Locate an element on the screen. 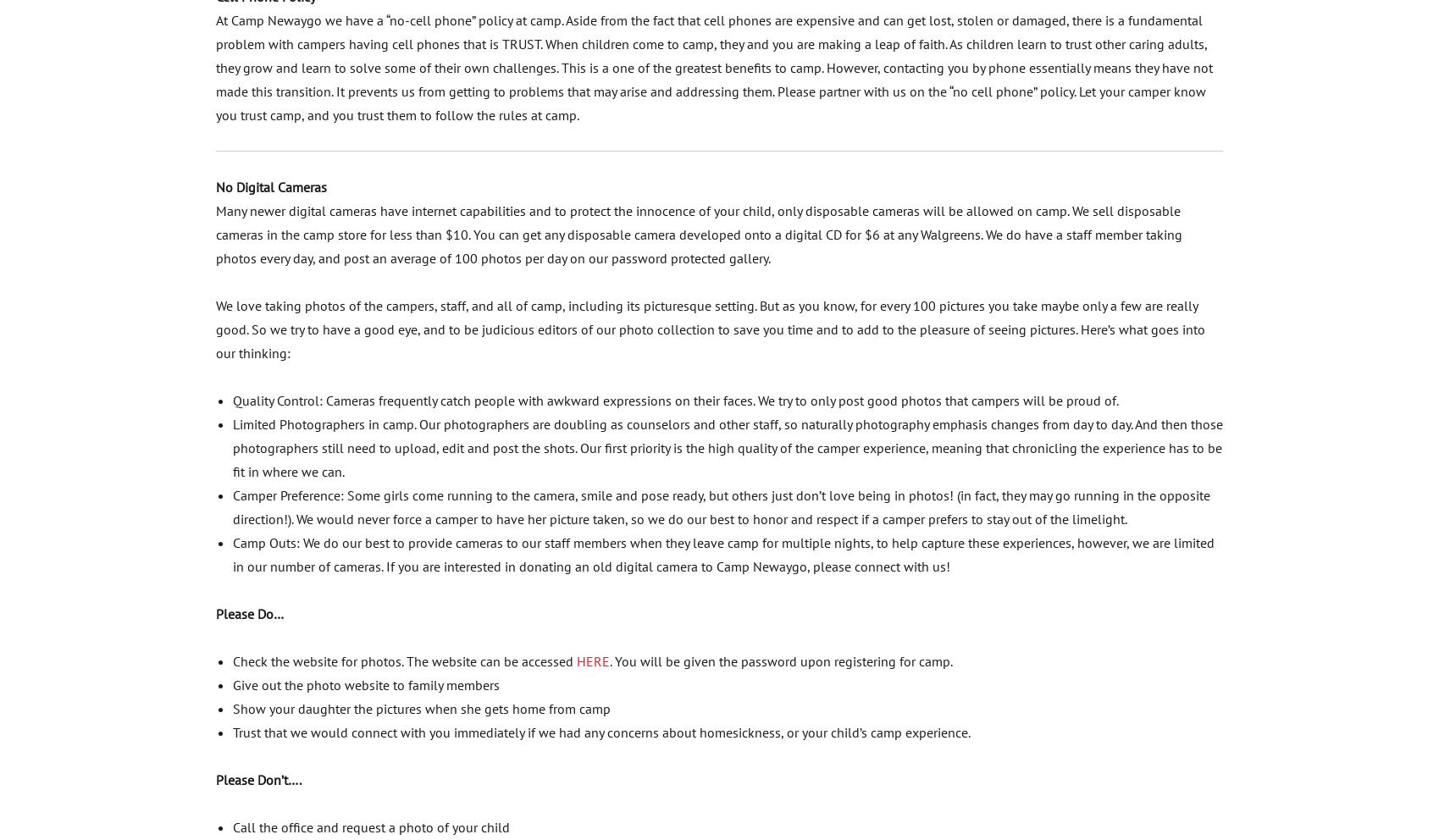 The image size is (1439, 840). 'Please Don’t….' is located at coordinates (257, 777).